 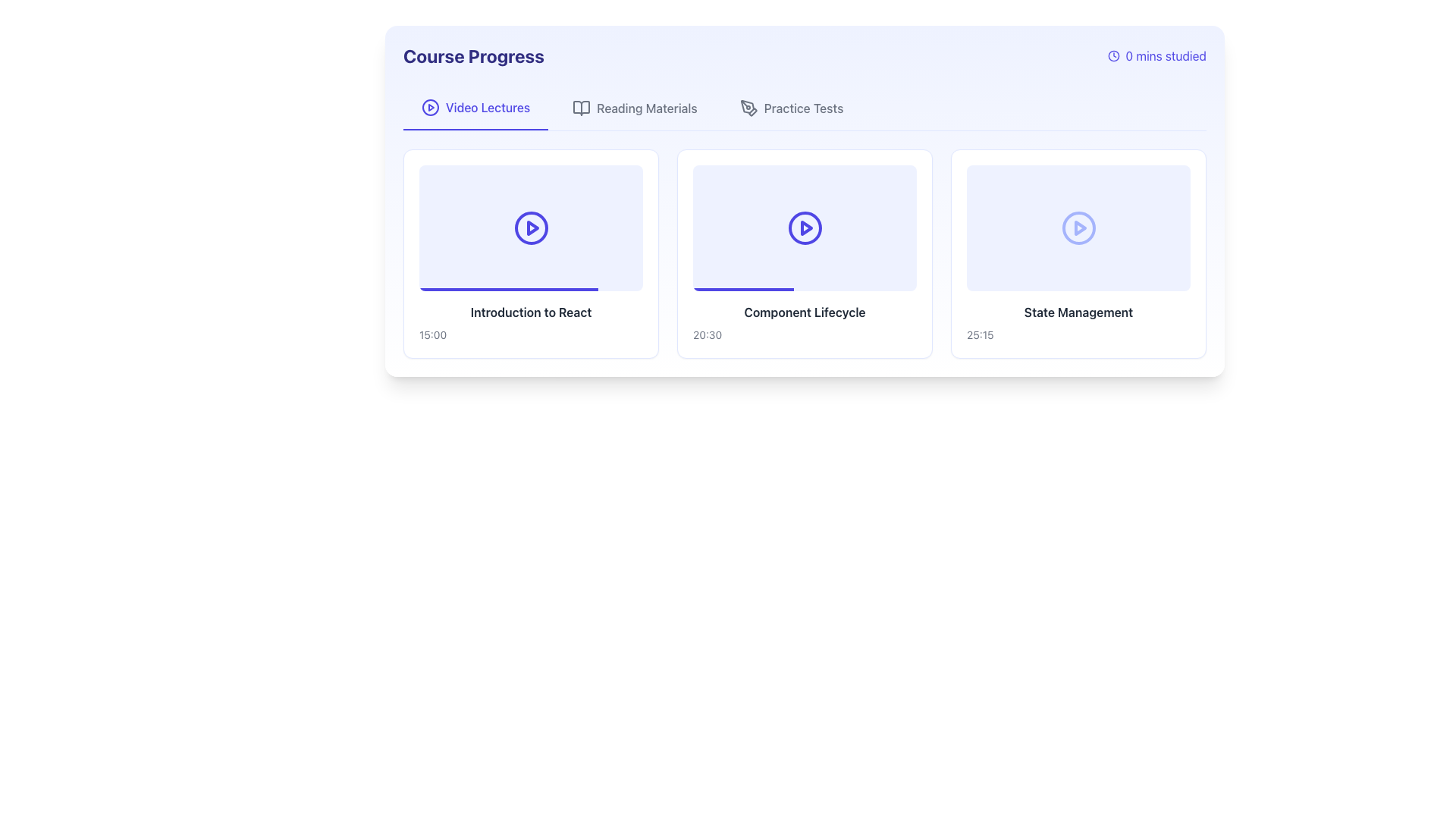 I want to click on the play button on the Video module tile titled 'Introduction to React', so click(x=531, y=253).